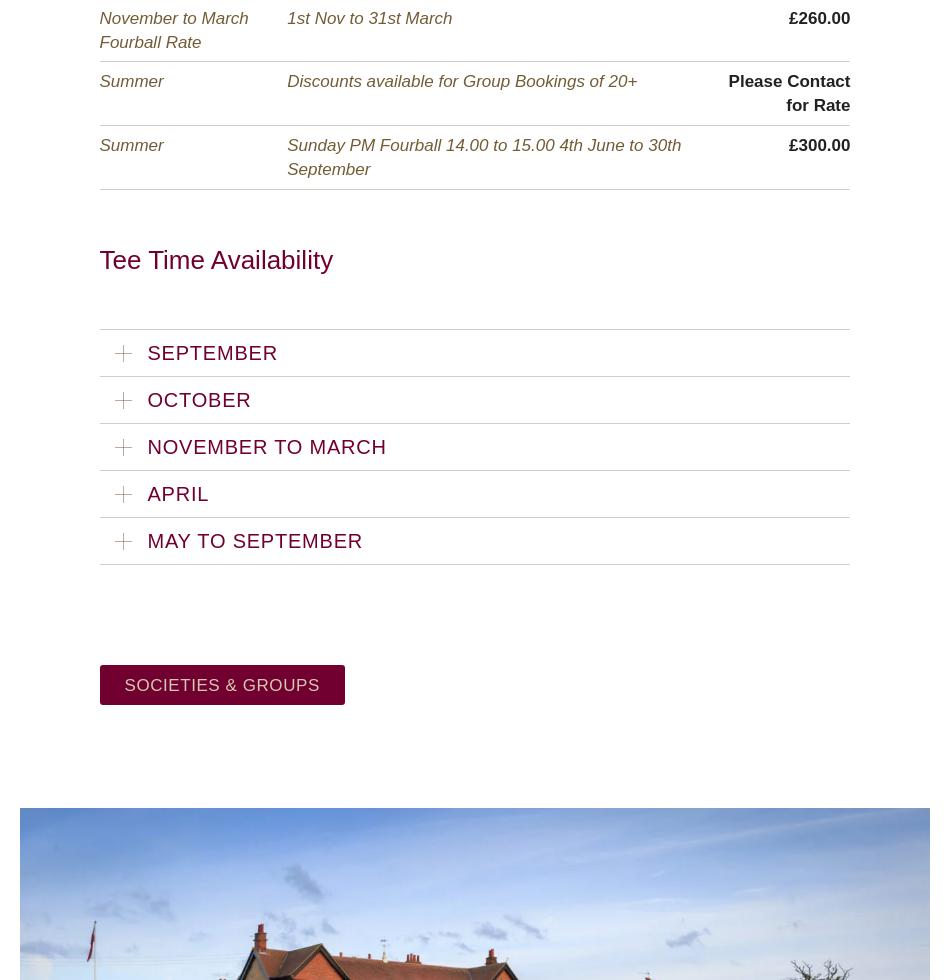  What do you see at coordinates (146, 540) in the screenshot?
I see `'May to September'` at bounding box center [146, 540].